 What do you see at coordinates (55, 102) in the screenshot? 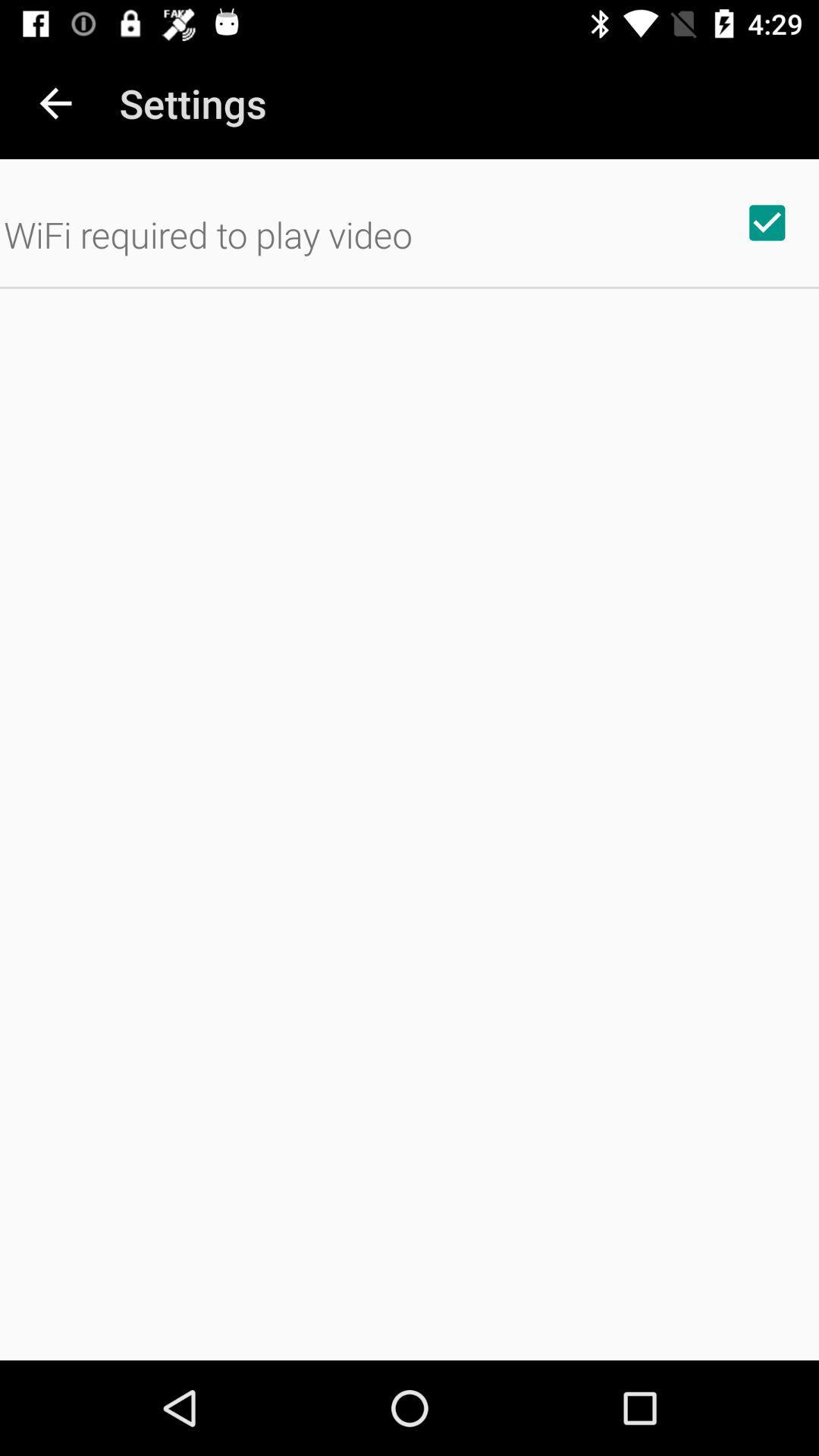
I see `previous` at bounding box center [55, 102].